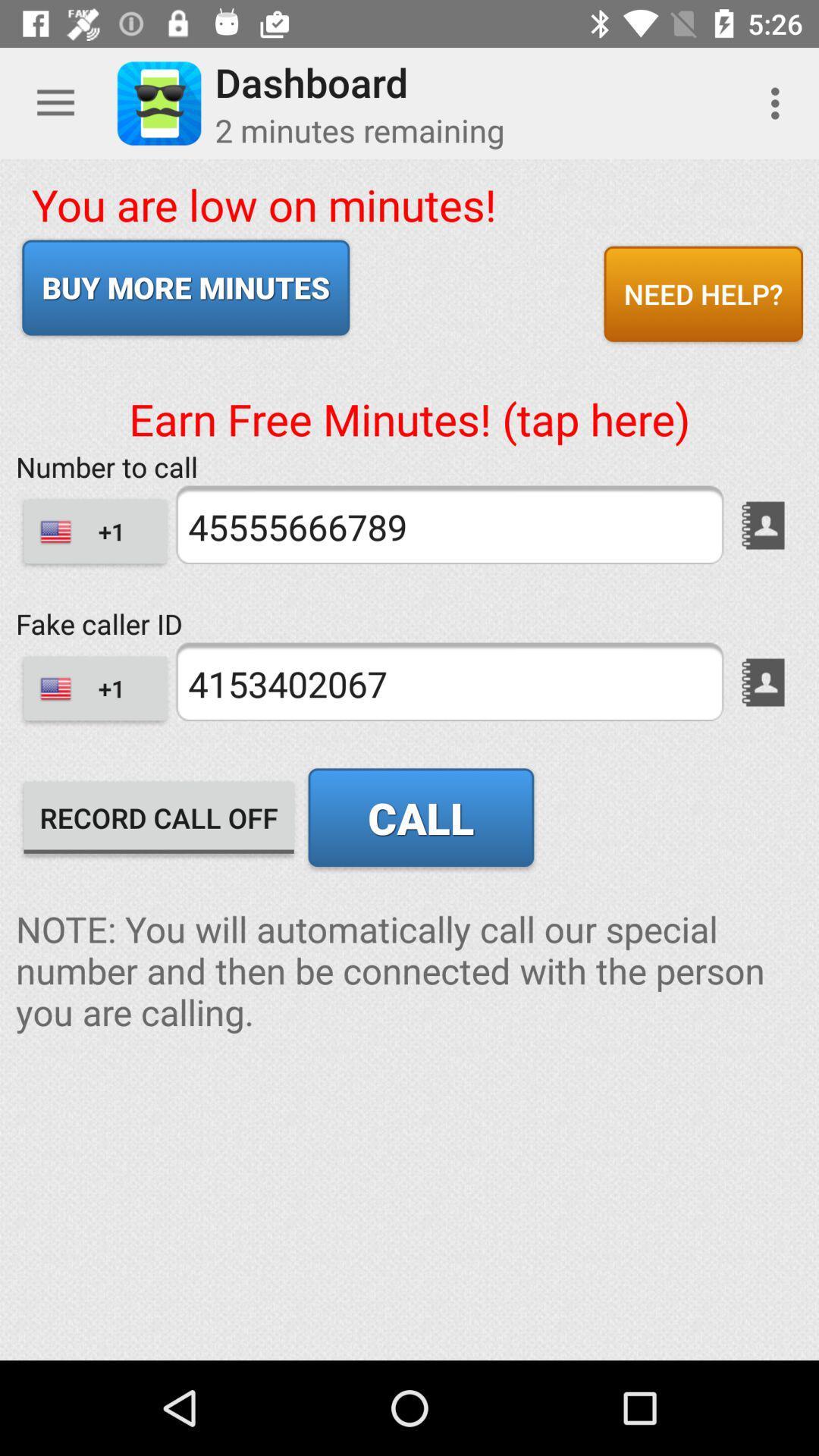 This screenshot has height=1456, width=819. Describe the element at coordinates (158, 817) in the screenshot. I see `icon below +1 item` at that location.